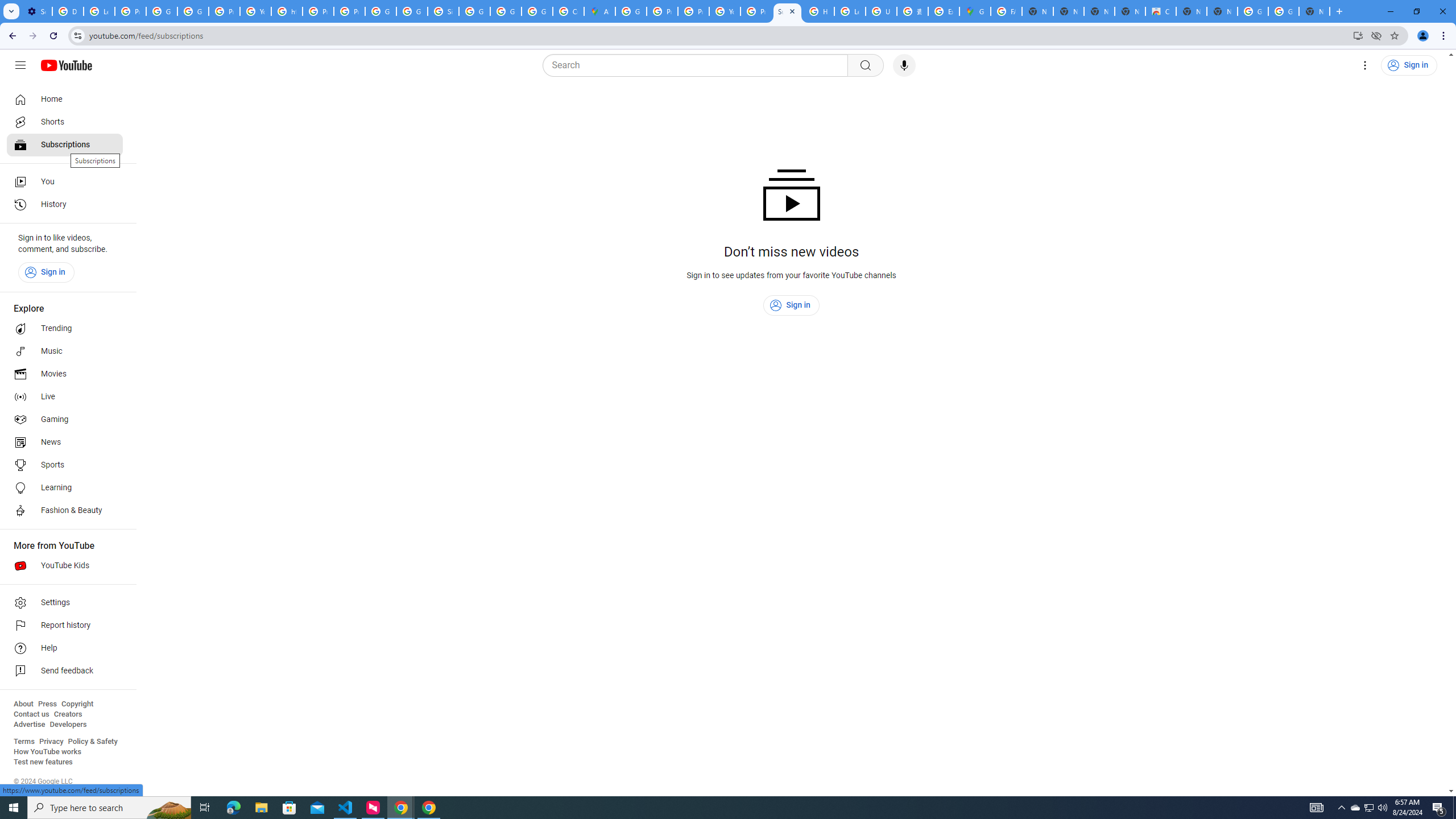  What do you see at coordinates (64, 144) in the screenshot?
I see `'Subscriptions'` at bounding box center [64, 144].